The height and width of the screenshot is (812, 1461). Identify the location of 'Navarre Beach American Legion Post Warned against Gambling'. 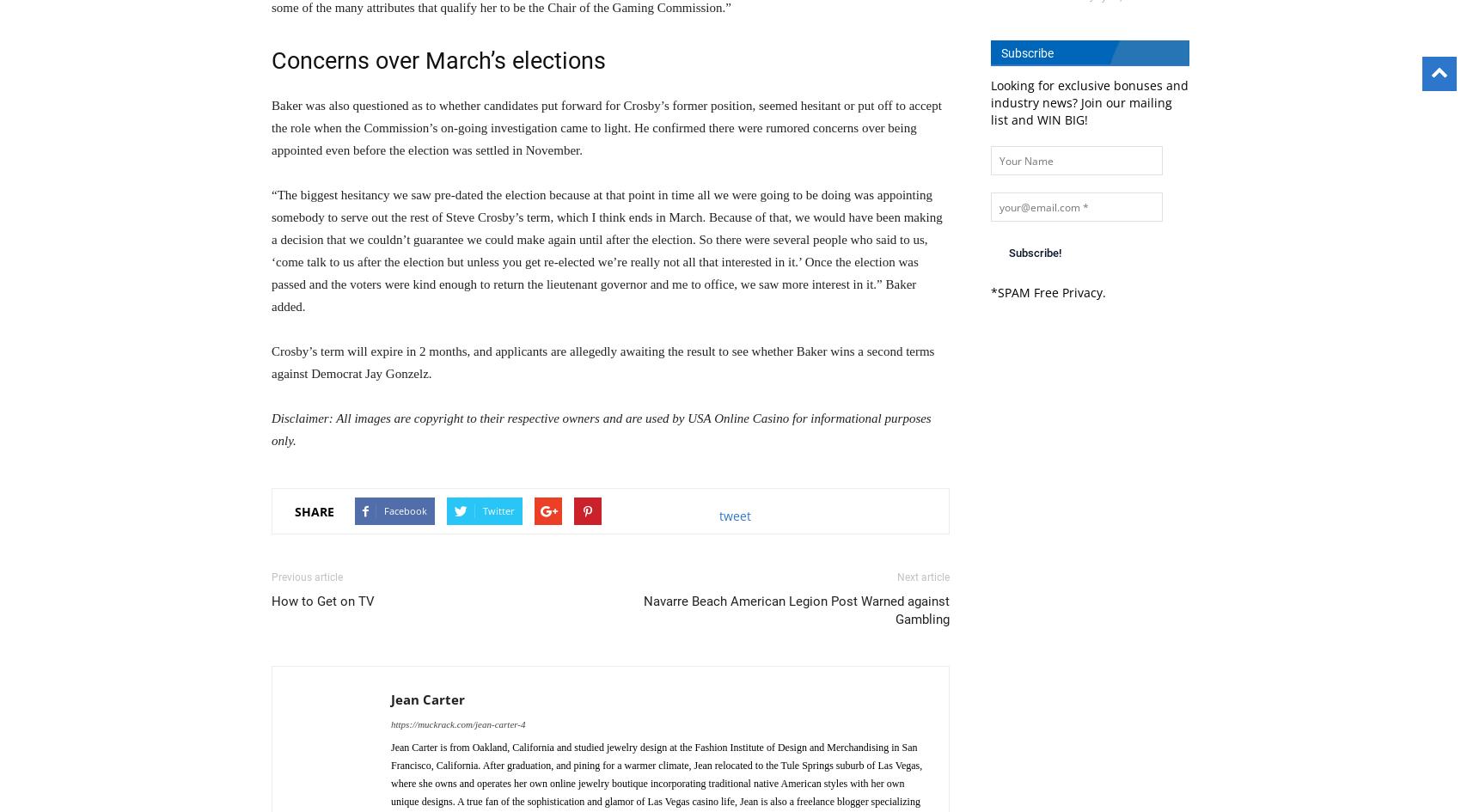
(797, 610).